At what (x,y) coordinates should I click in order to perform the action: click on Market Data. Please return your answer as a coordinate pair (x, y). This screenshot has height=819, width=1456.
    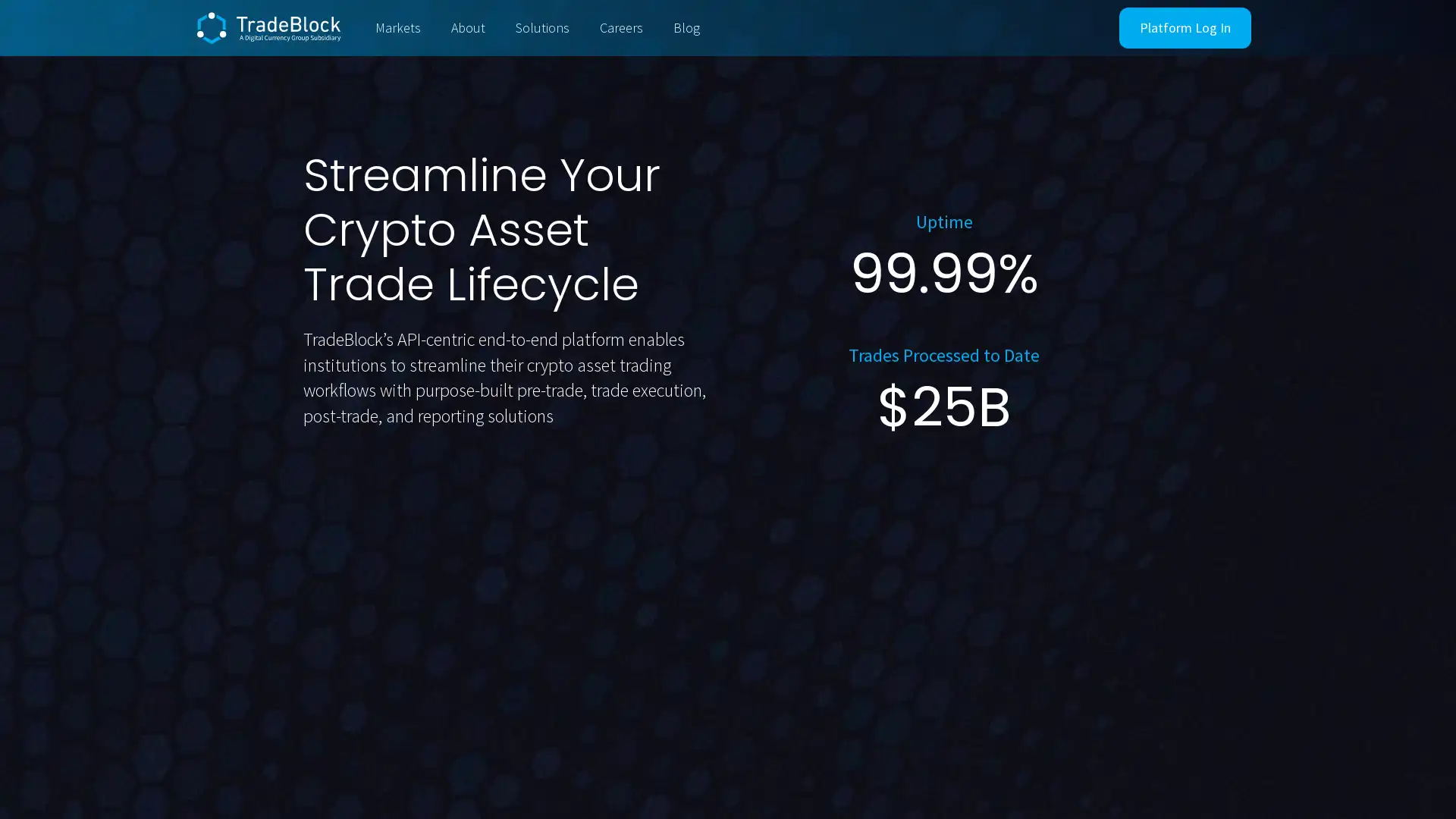
    Looking at the image, I should click on (532, 500).